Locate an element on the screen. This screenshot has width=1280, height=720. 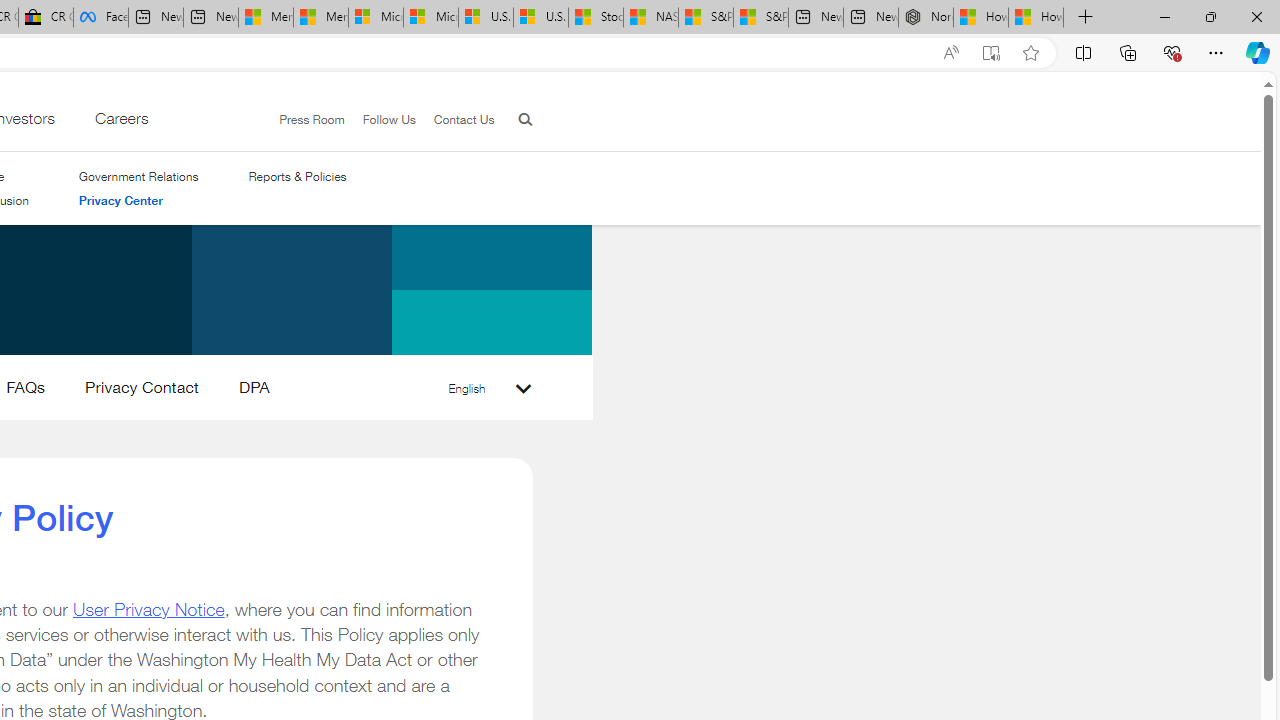
'Press Room' is located at coordinates (311, 119).